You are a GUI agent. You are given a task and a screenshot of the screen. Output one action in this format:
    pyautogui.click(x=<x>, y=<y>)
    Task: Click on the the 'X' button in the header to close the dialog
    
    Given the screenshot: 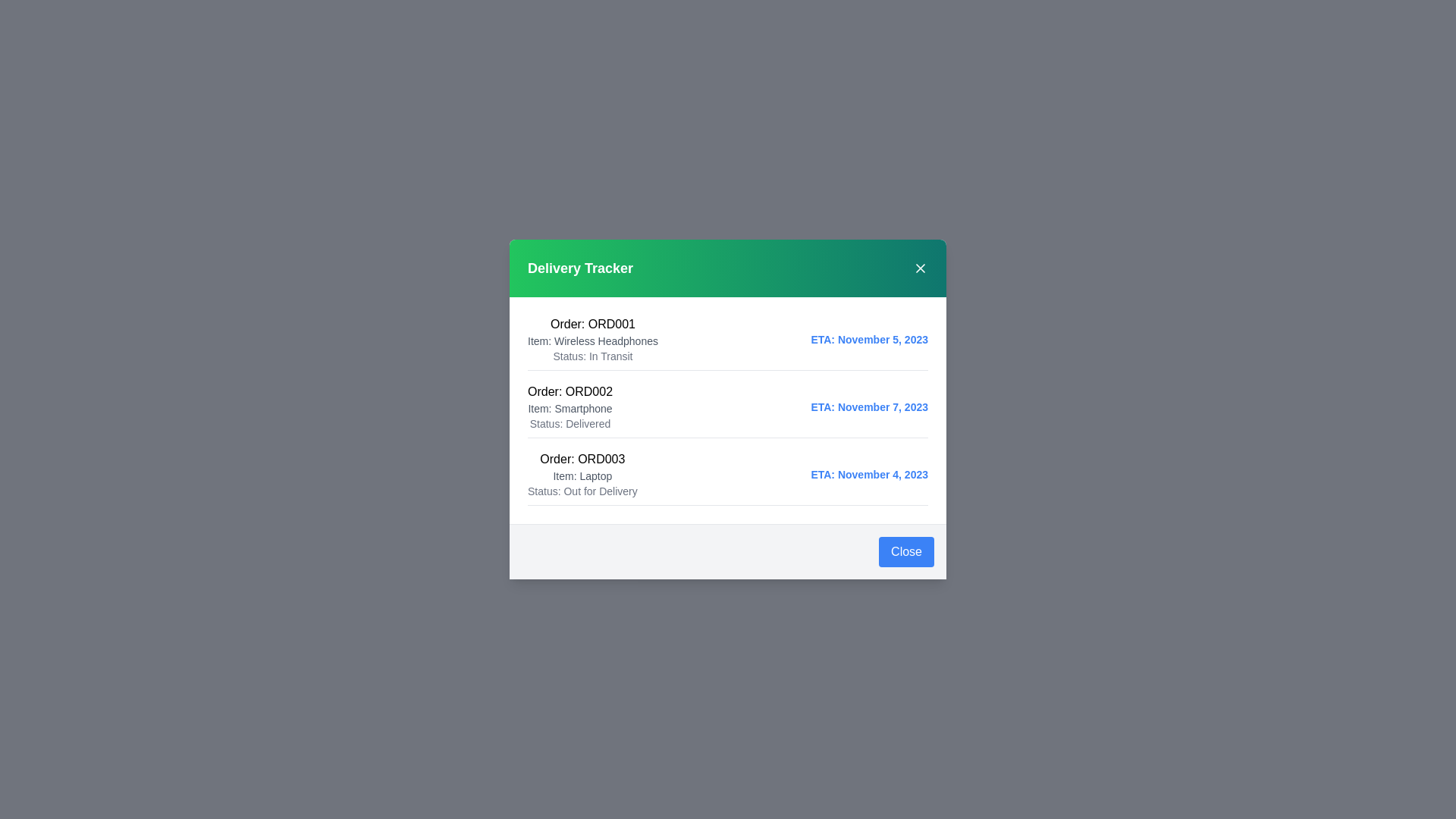 What is the action you would take?
    pyautogui.click(x=920, y=268)
    